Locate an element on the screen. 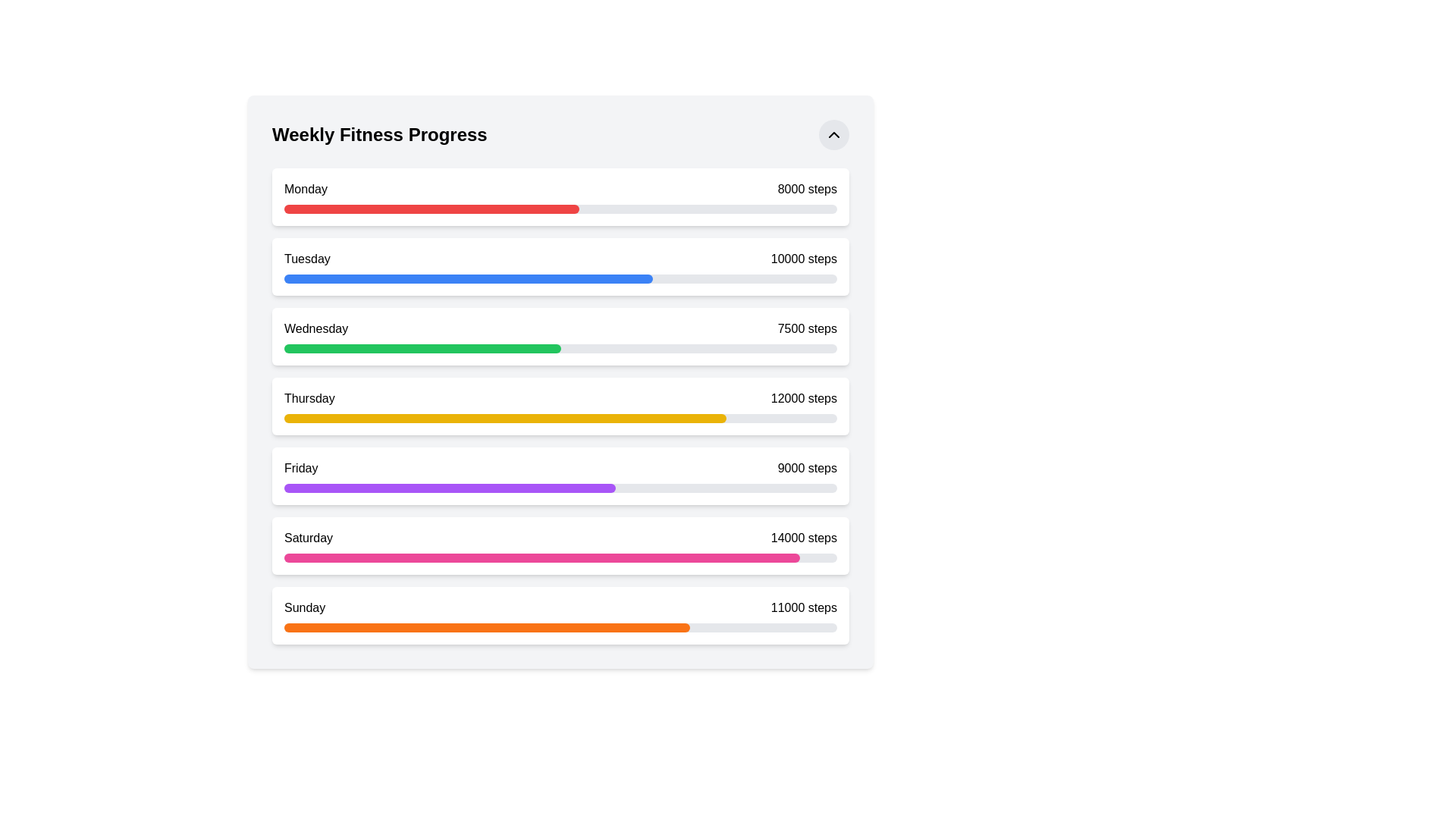 The image size is (1456, 819). the progress bar located below the text 'Tuesday' and '10000 steps', which is the second item in the list of daily progress indicators is located at coordinates (560, 275).